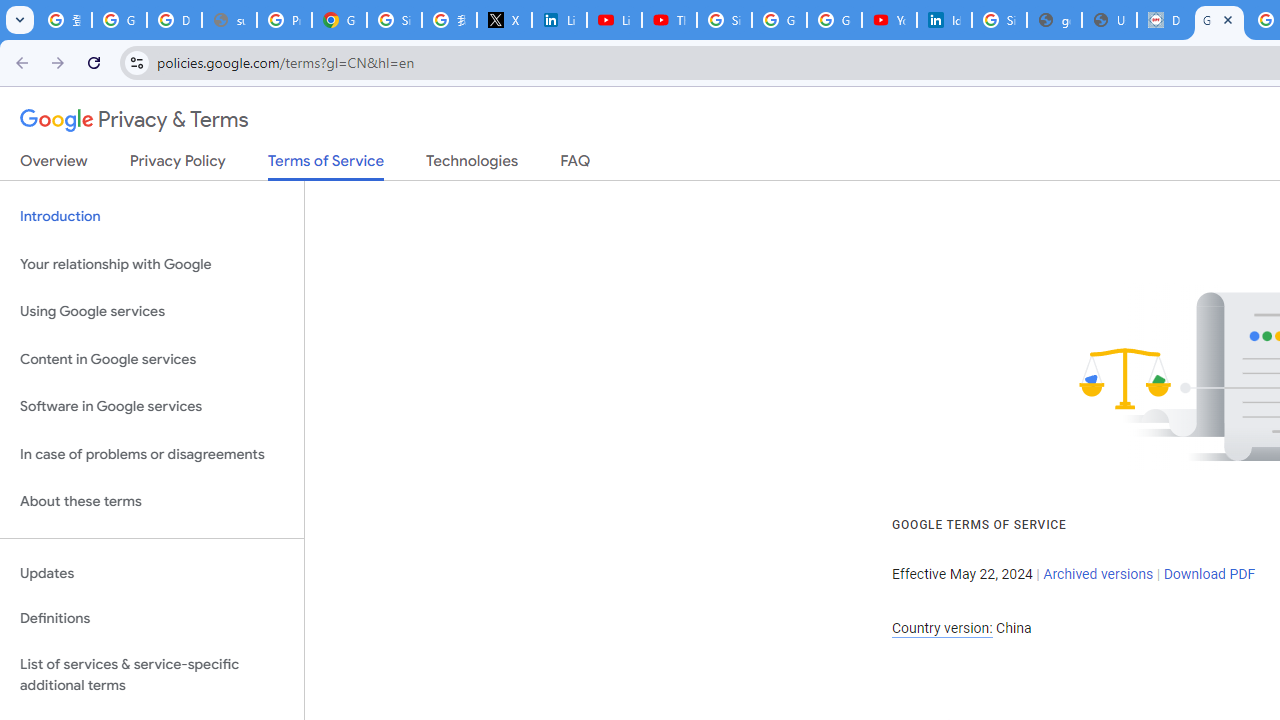  Describe the element at coordinates (151, 675) in the screenshot. I see `'List of services & service-specific additional terms'` at that location.